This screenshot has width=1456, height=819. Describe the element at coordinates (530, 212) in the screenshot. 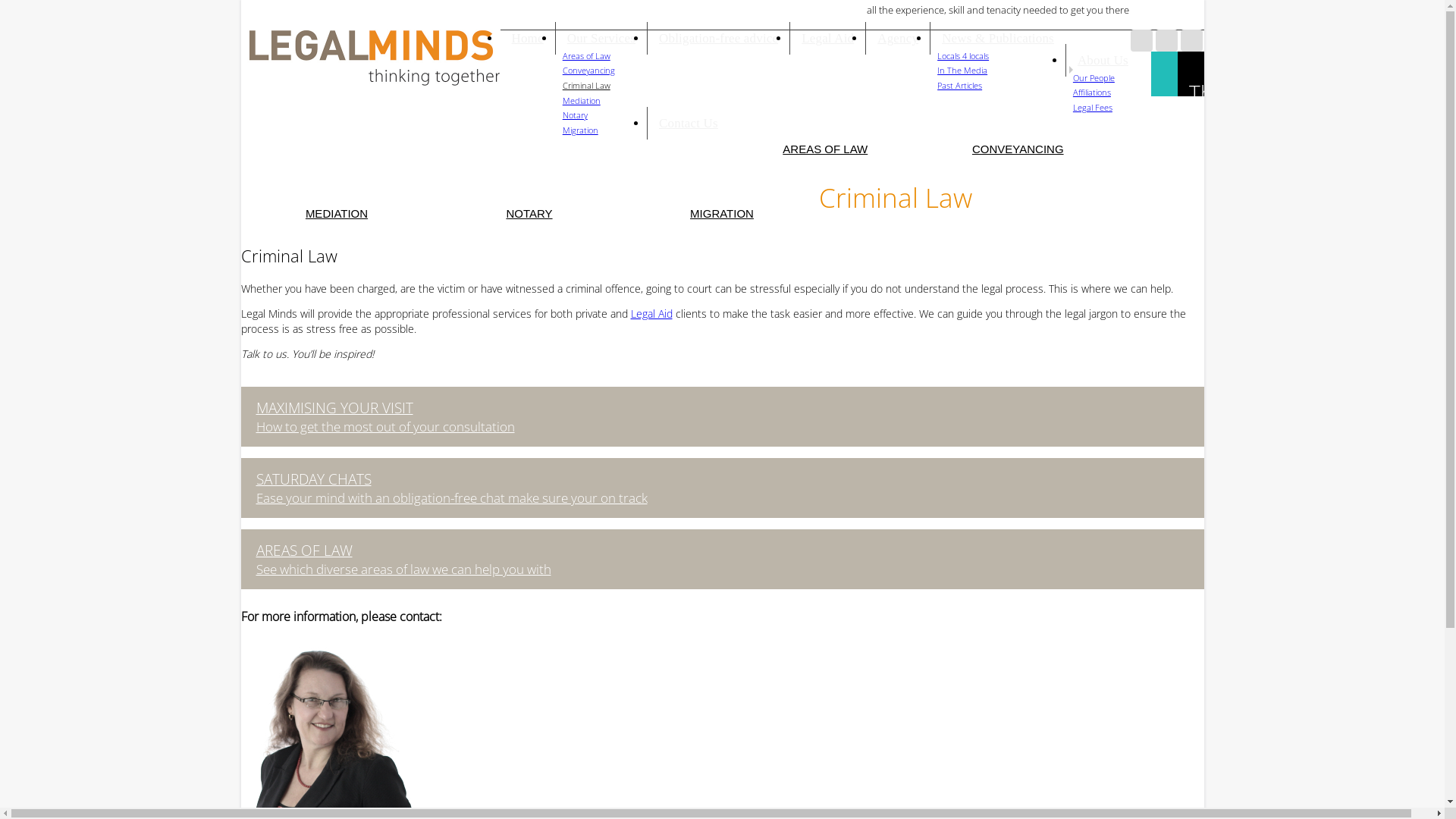

I see `'NOTARY'` at that location.